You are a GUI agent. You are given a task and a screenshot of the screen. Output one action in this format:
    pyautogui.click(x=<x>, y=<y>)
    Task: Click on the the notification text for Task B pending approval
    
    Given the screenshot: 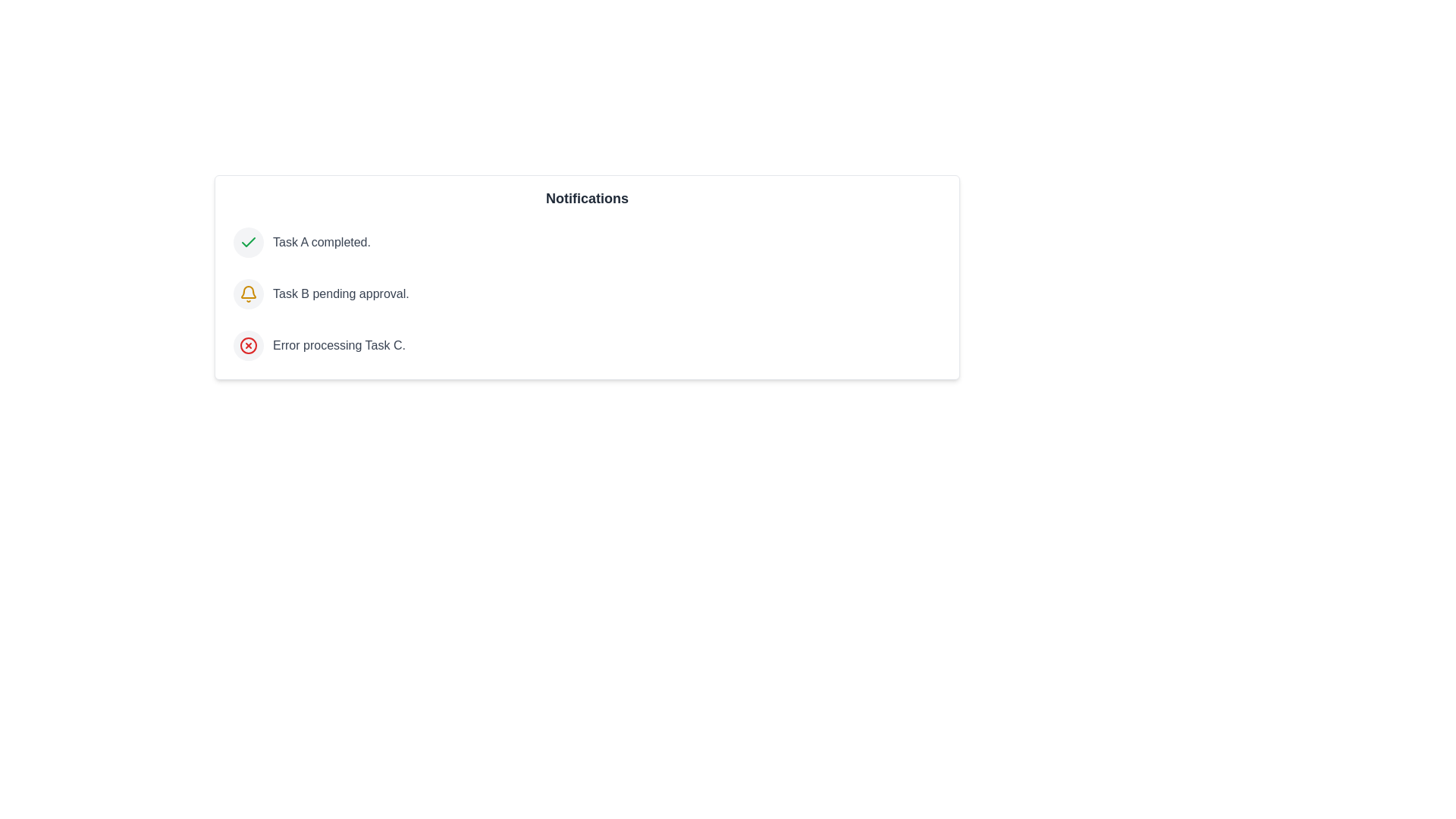 What is the action you would take?
    pyautogui.click(x=340, y=294)
    